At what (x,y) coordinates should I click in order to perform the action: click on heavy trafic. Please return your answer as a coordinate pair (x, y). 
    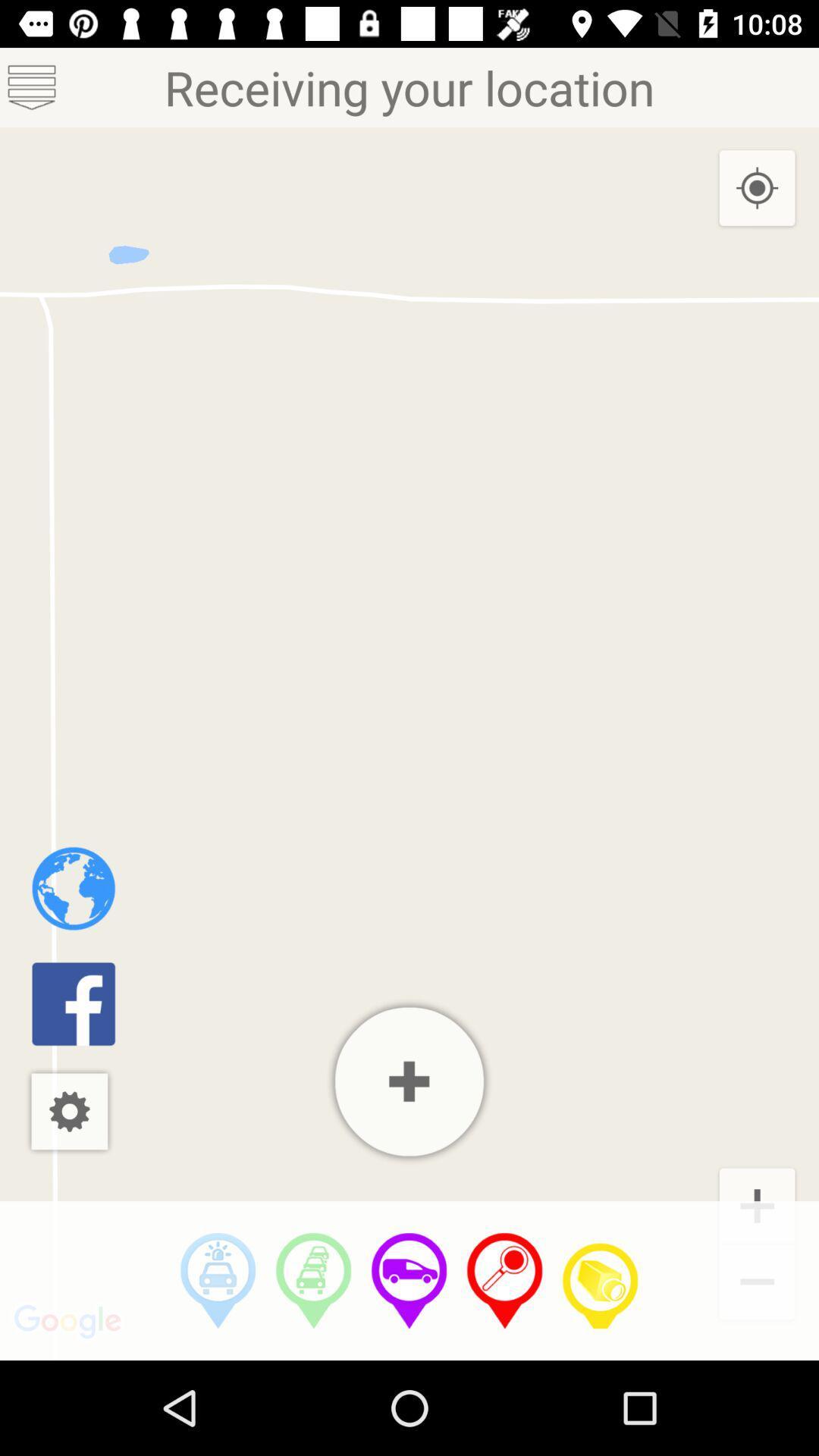
    Looking at the image, I should click on (312, 1280).